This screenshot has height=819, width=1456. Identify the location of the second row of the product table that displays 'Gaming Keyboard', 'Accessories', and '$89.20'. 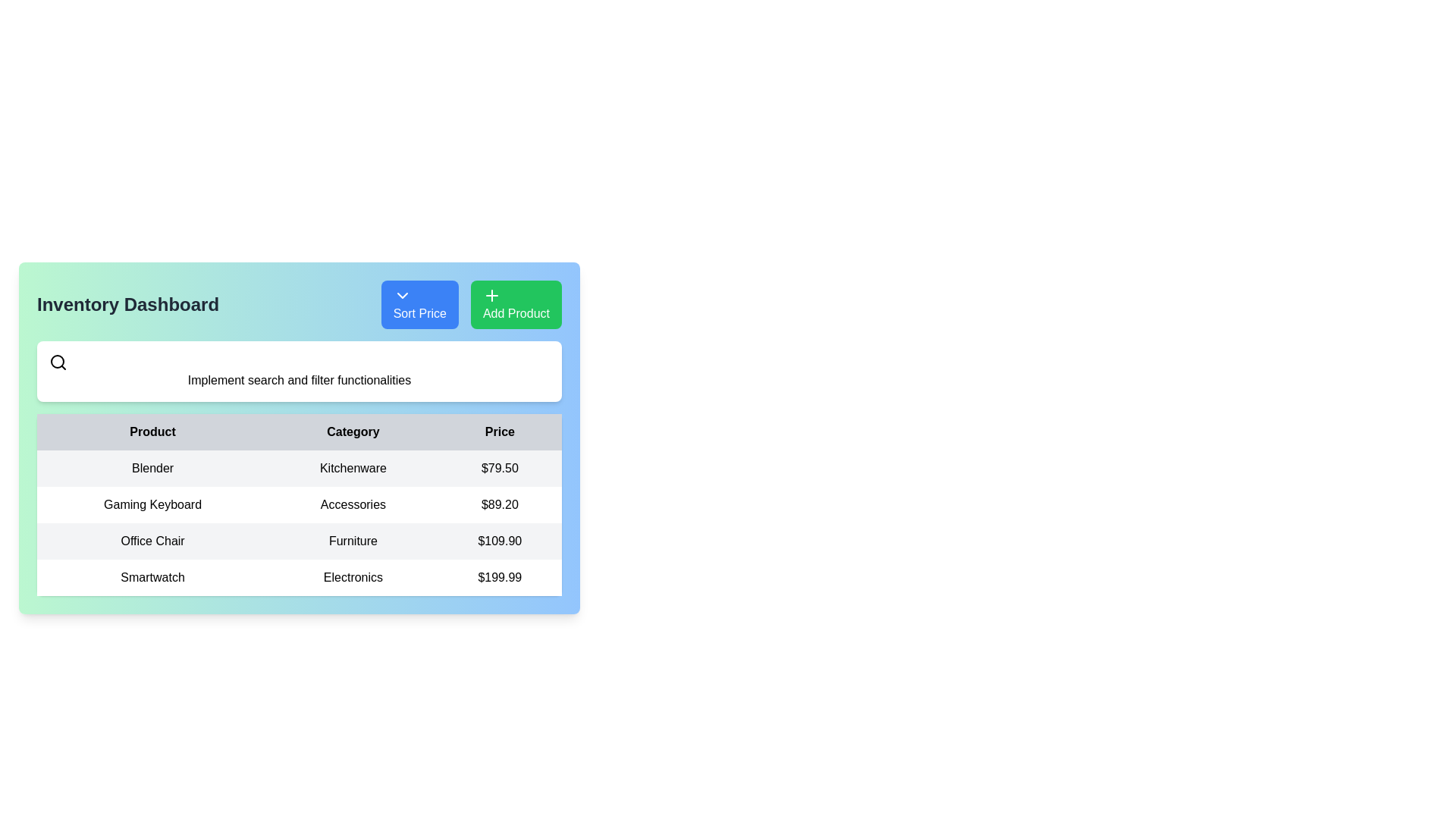
(299, 522).